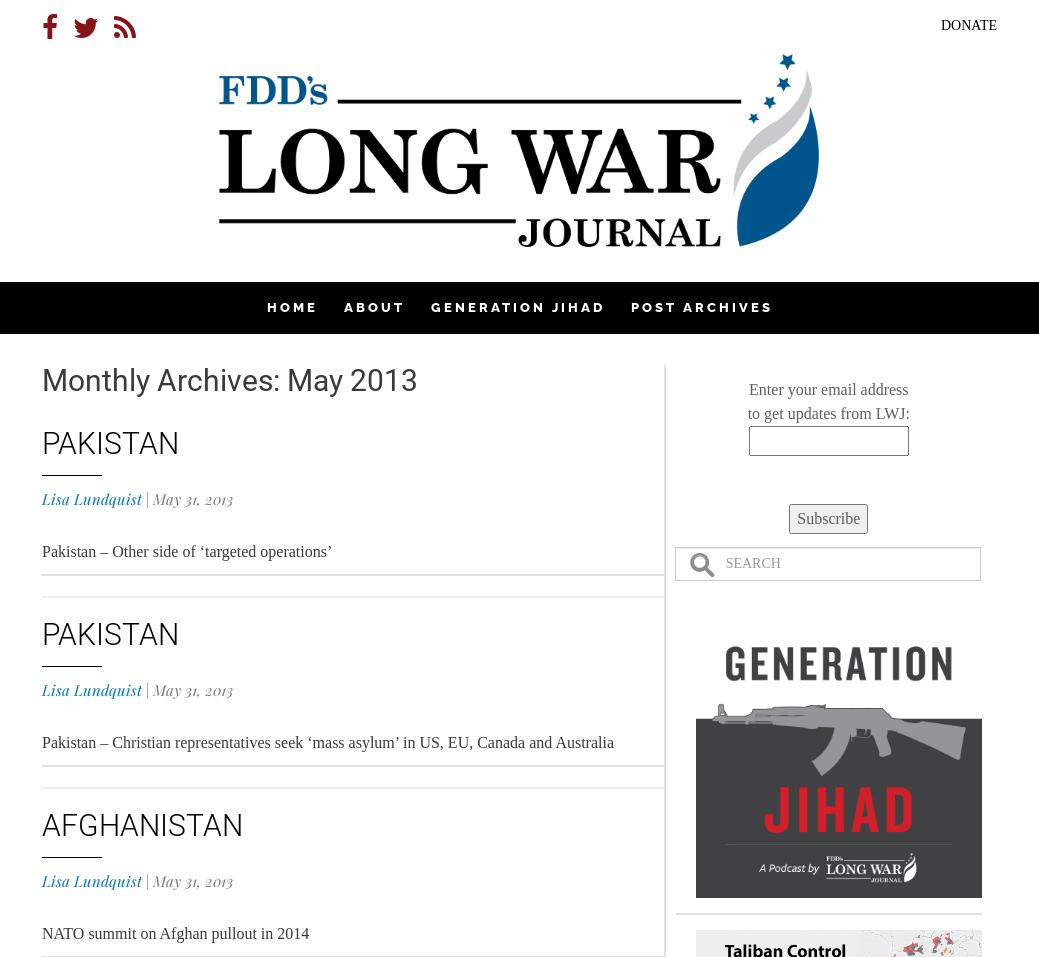 The width and height of the screenshot is (1039, 957). Describe the element at coordinates (230, 380) in the screenshot. I see `'Monthly Archives: May 2013'` at that location.